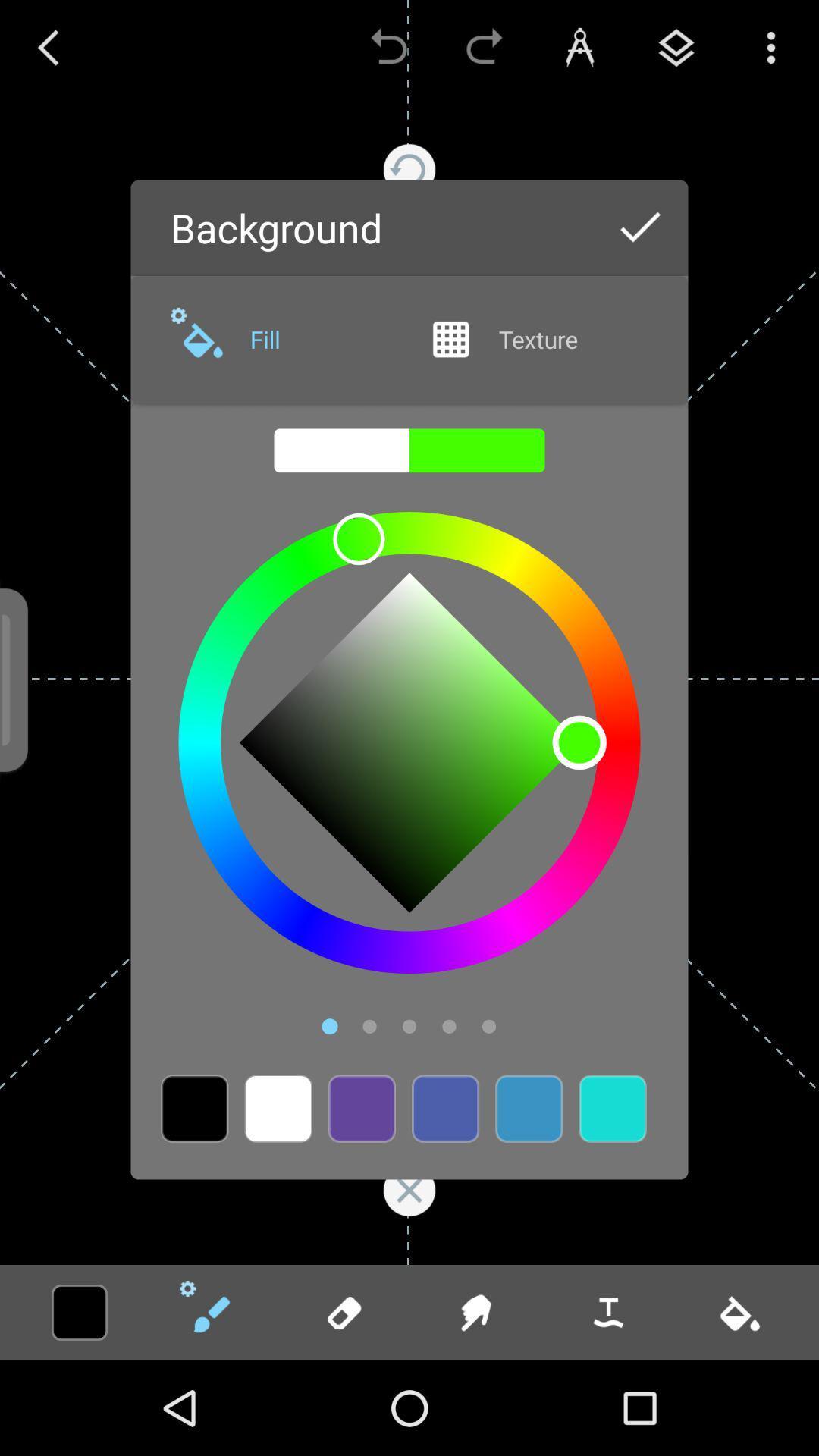 The width and height of the screenshot is (819, 1456). Describe the element at coordinates (485, 47) in the screenshot. I see `the redo icon` at that location.